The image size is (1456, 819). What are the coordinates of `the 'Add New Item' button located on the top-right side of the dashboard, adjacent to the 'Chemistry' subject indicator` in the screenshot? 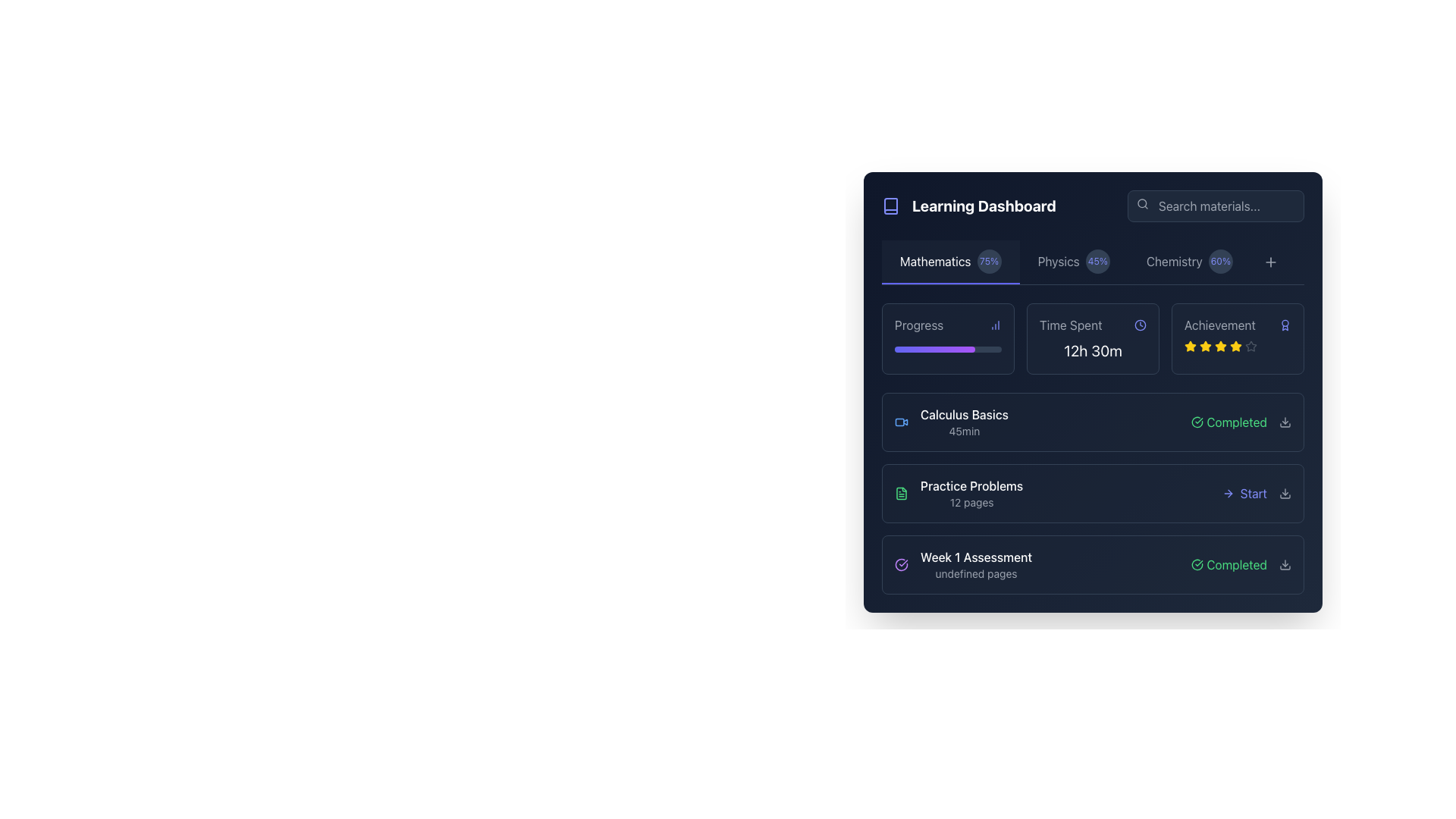 It's located at (1270, 262).